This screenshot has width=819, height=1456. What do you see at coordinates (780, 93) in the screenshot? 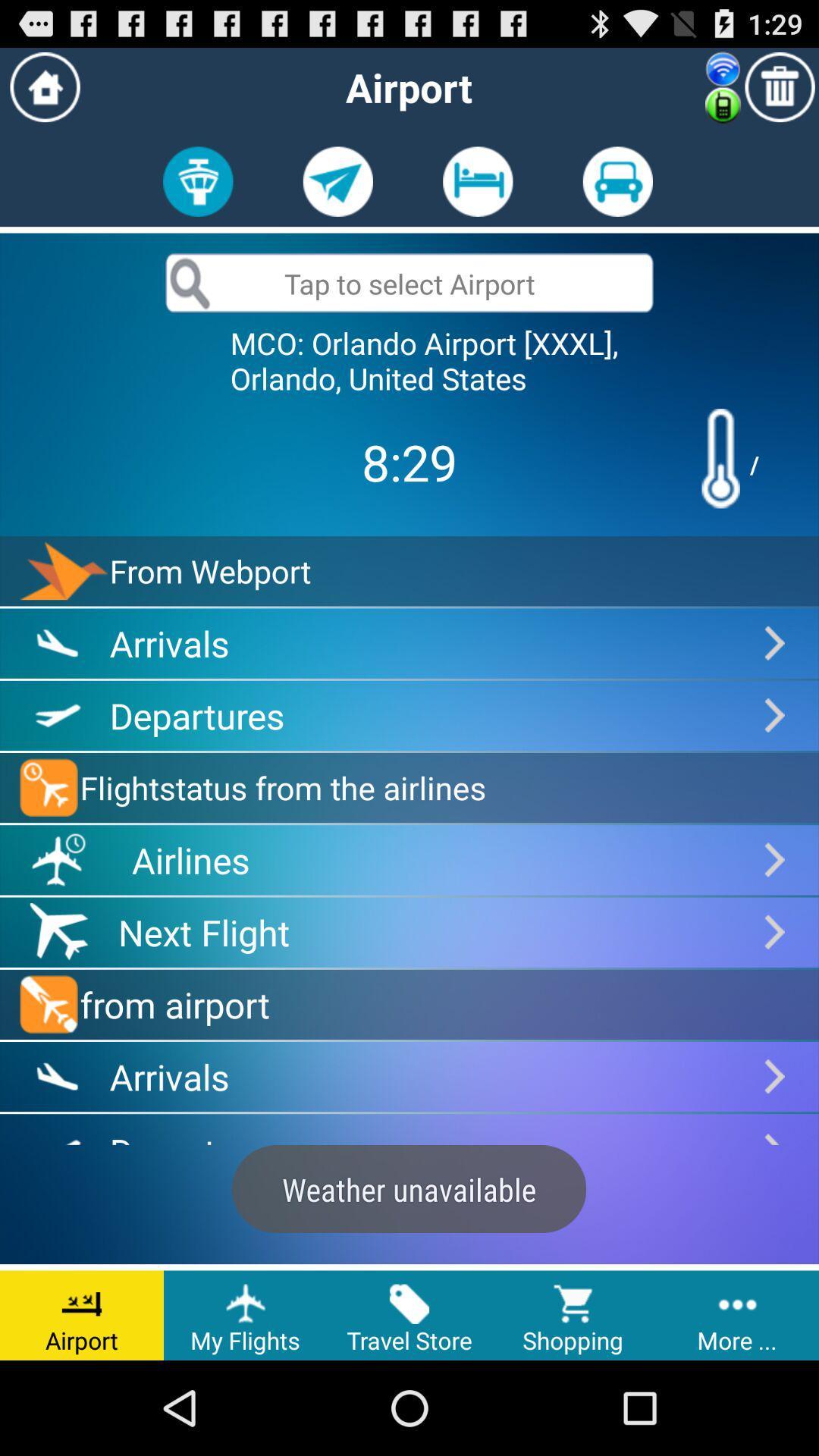
I see `the delete icon` at bounding box center [780, 93].